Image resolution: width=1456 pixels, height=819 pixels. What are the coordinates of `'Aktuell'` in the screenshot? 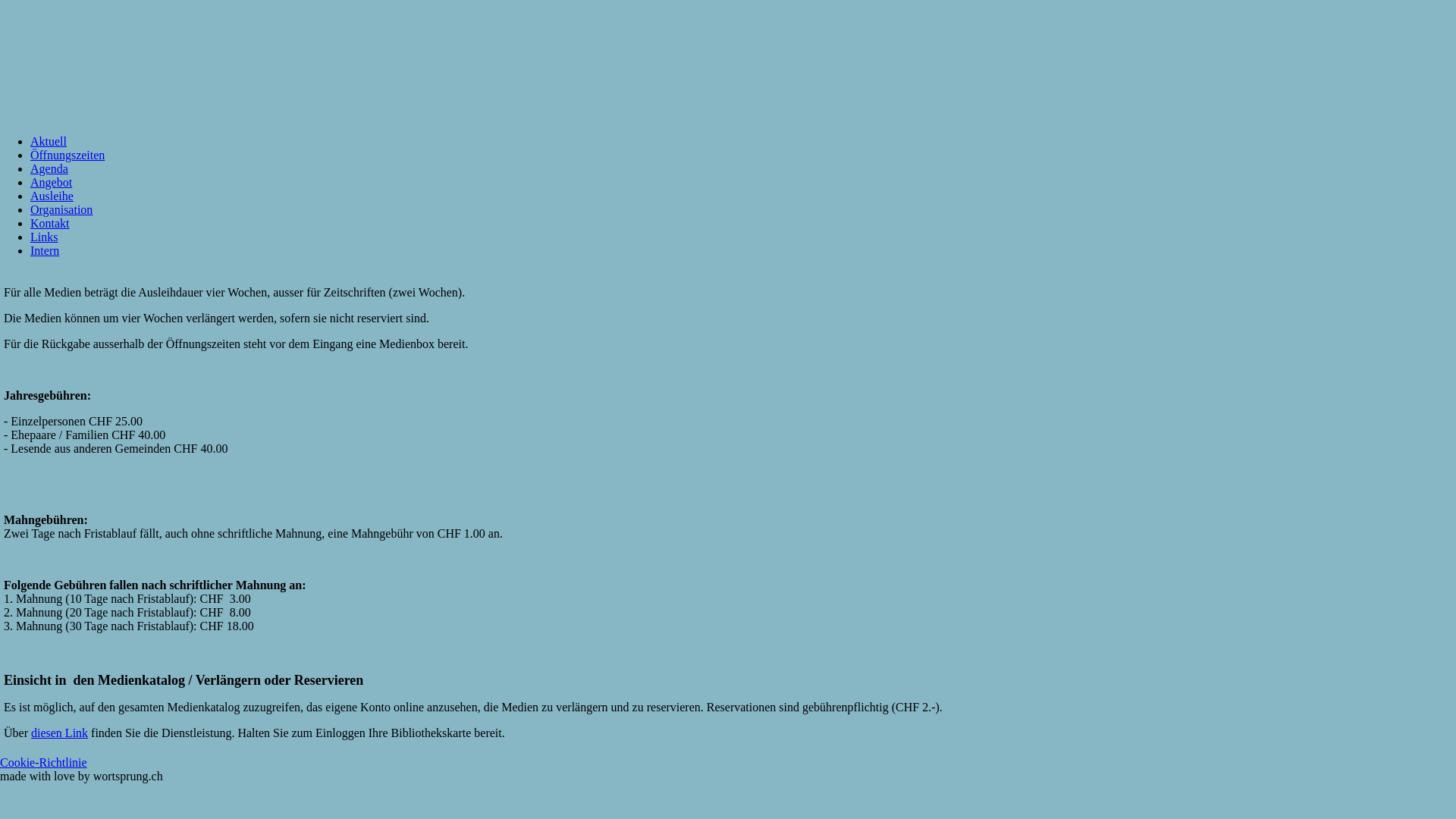 It's located at (48, 141).